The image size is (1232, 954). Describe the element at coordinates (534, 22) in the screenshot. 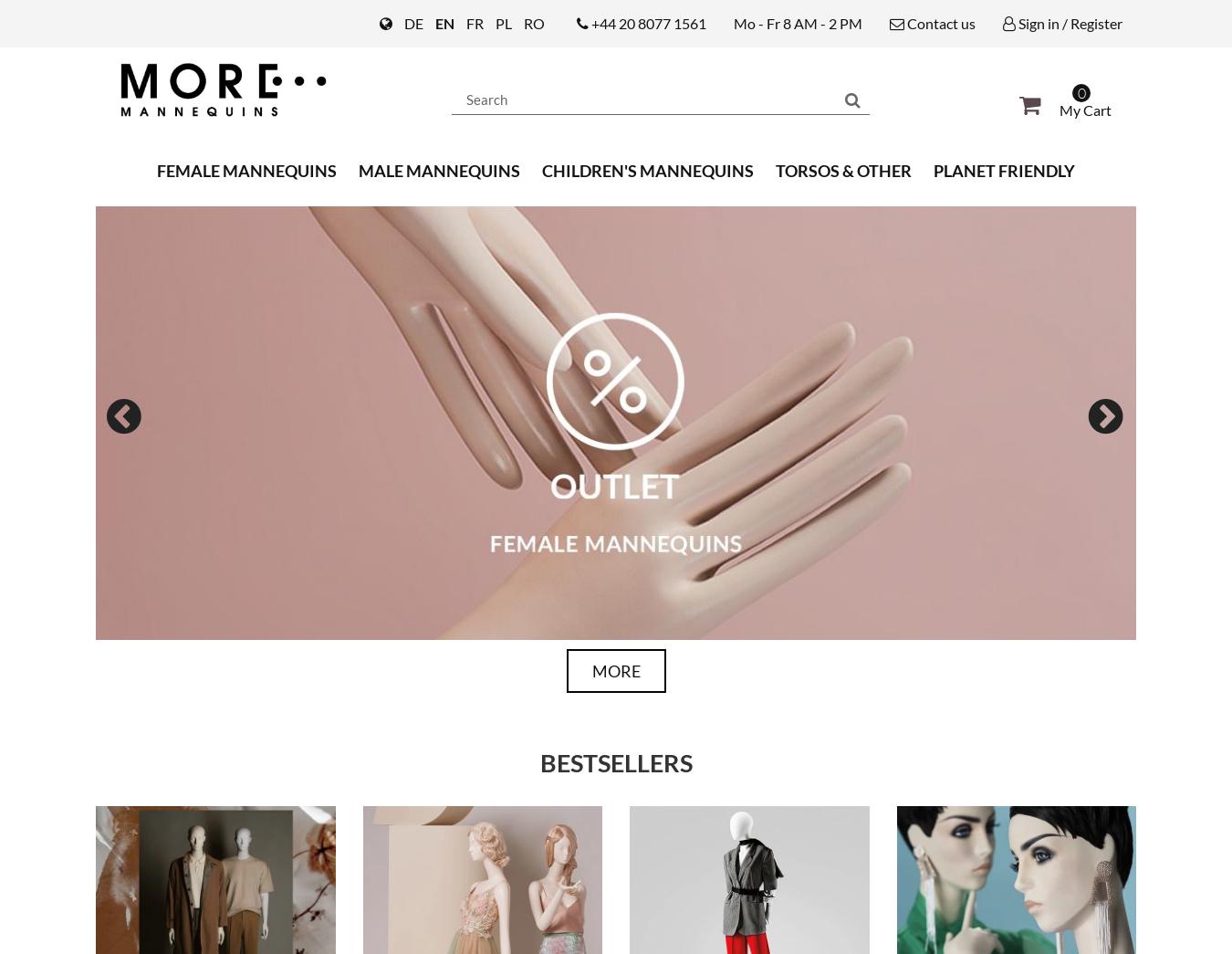

I see `'RO'` at that location.